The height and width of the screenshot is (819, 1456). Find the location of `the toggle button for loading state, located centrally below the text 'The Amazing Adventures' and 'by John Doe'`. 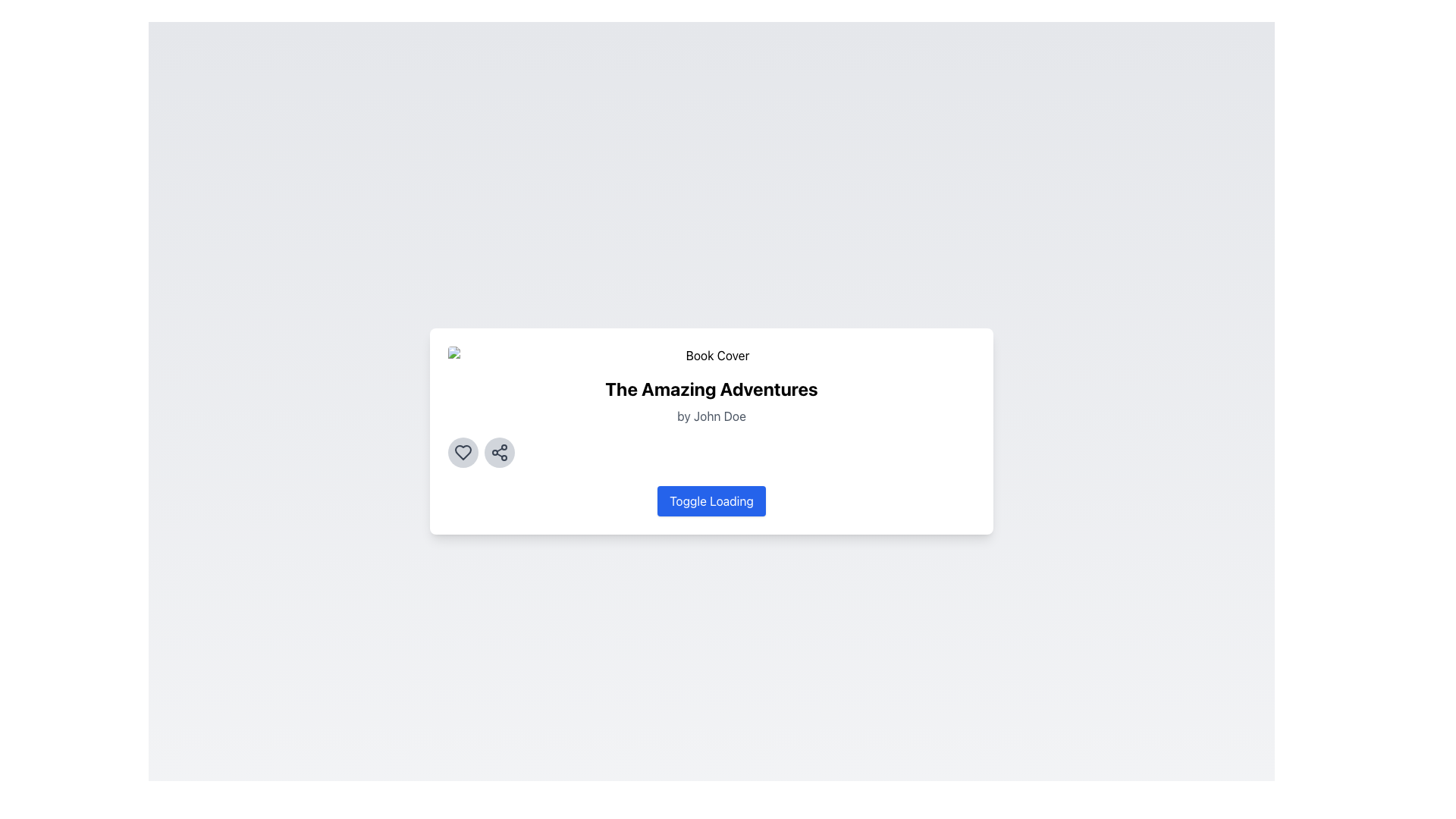

the toggle button for loading state, located centrally below the text 'The Amazing Adventures' and 'by John Doe' is located at coordinates (711, 500).